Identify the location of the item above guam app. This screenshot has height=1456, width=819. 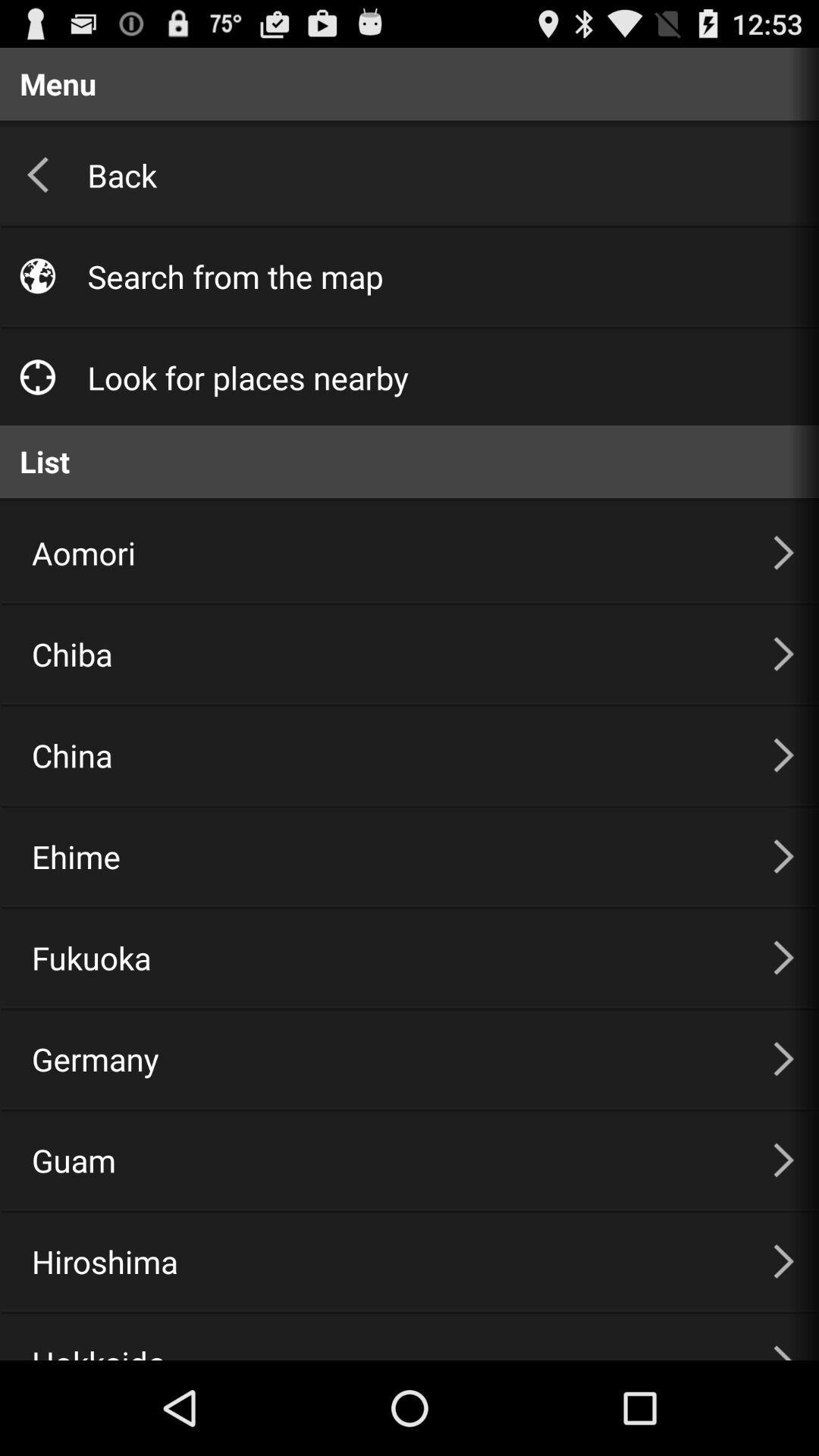
(383, 1058).